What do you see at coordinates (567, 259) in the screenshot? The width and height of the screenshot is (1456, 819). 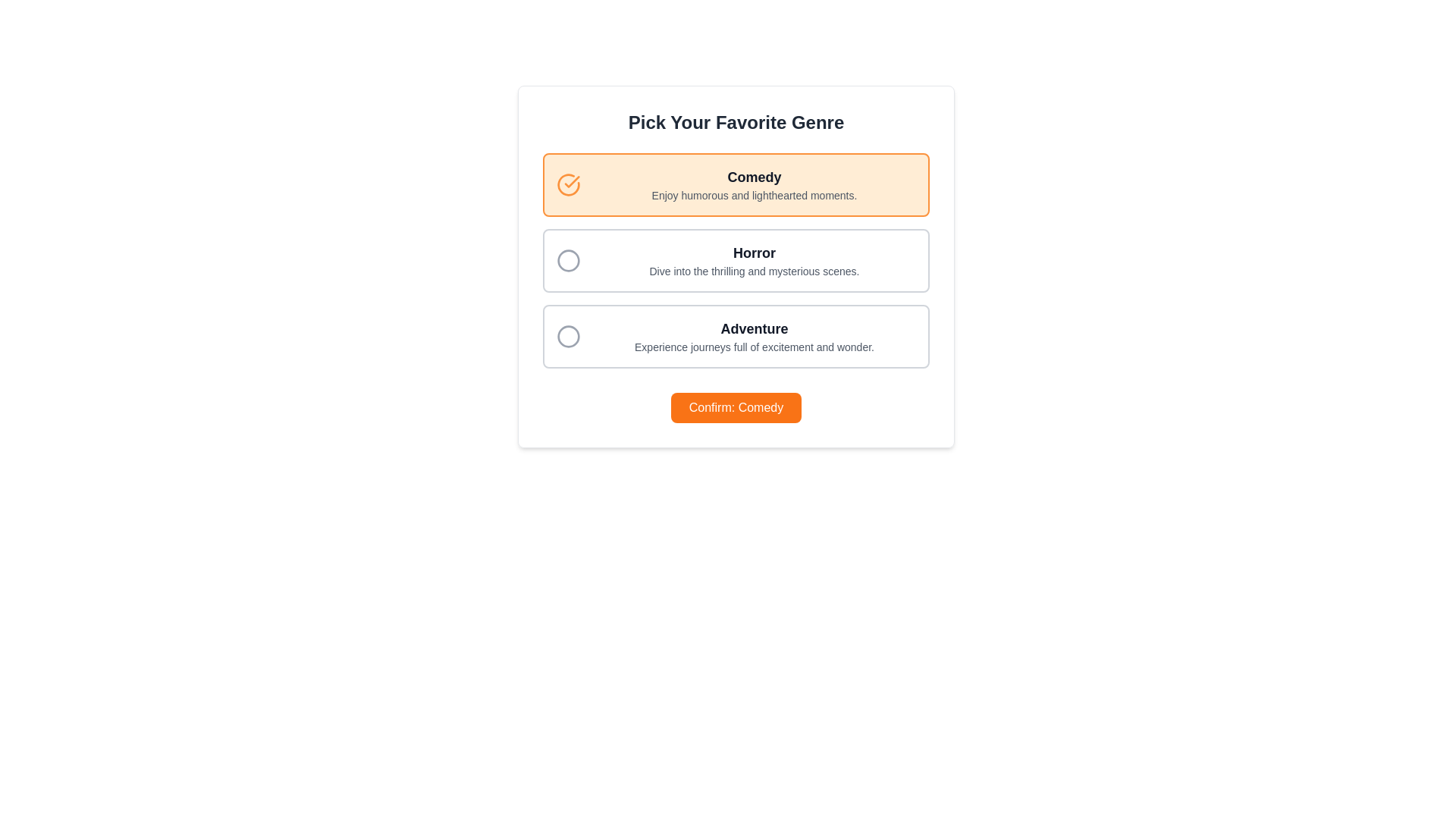 I see `the circular icon with a gray outline located to the left of the 'Horror' genre option, which is the second circular icon from the top in the list of genre options` at bounding box center [567, 259].